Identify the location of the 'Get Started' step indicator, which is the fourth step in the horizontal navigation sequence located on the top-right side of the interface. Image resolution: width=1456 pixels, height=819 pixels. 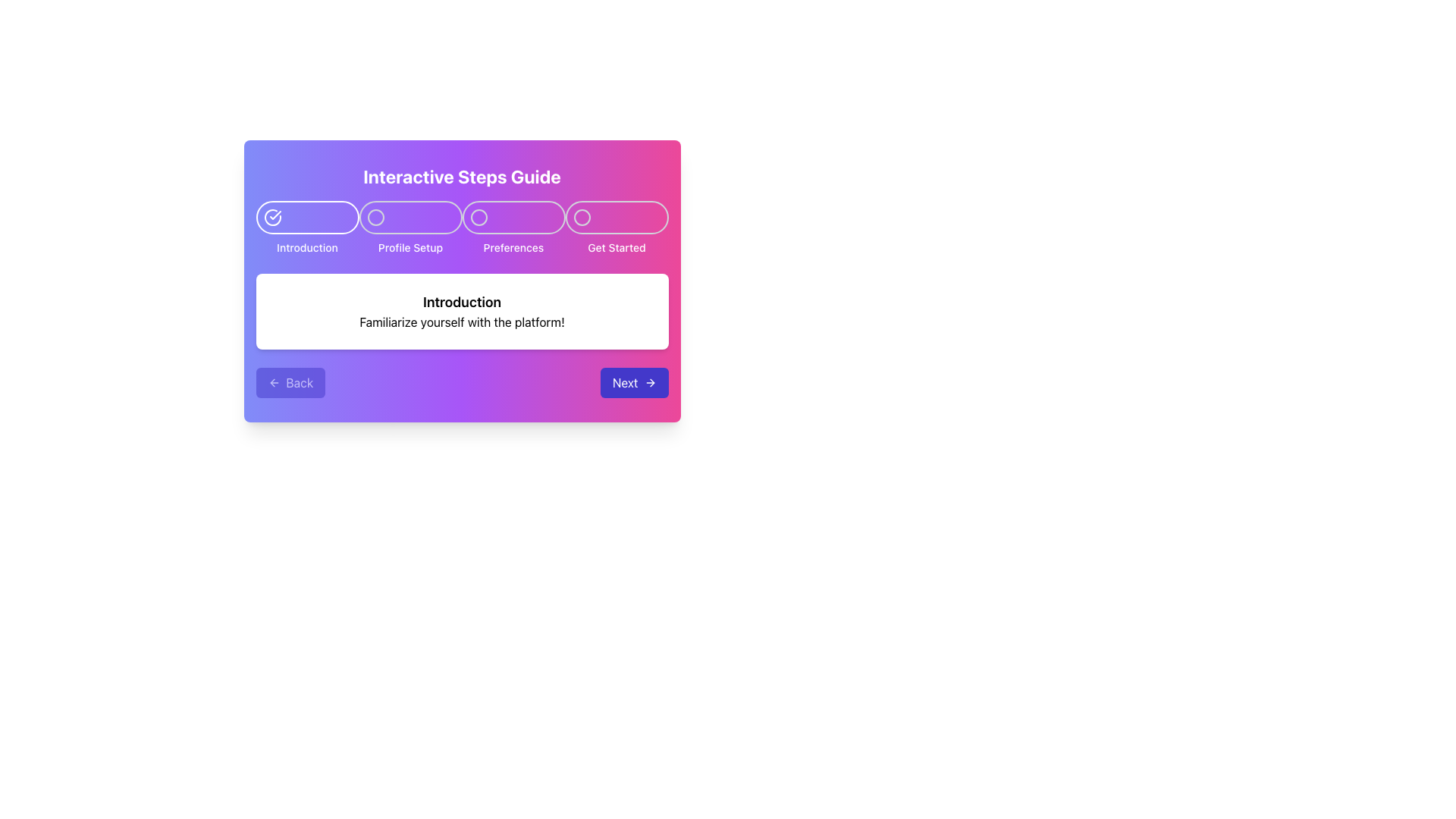
(617, 227).